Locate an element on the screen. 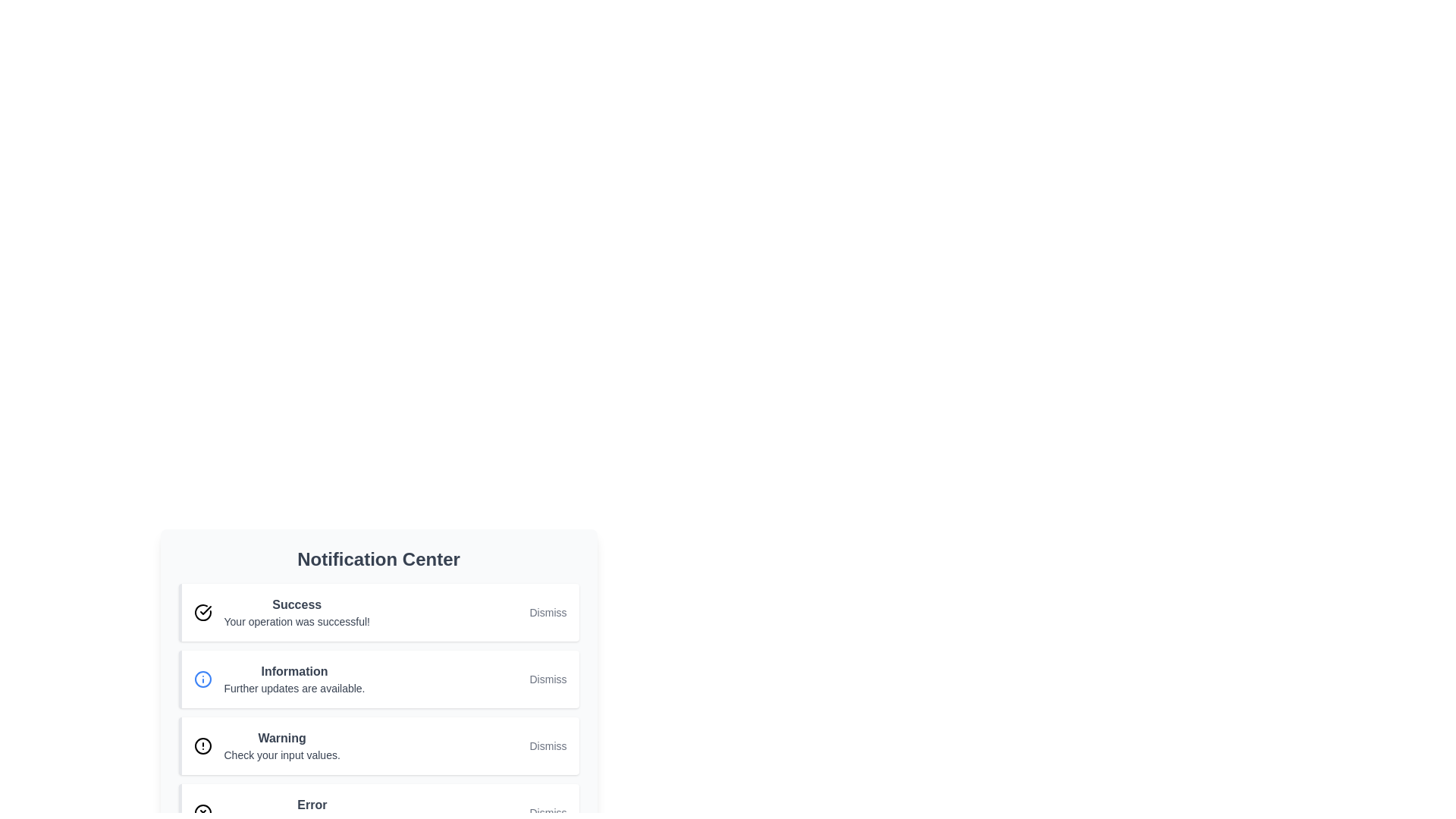 This screenshot has height=819, width=1456. warning text in the notification card located in the Notification Center, specifically the third item that indicates input values need verification is located at coordinates (282, 745).